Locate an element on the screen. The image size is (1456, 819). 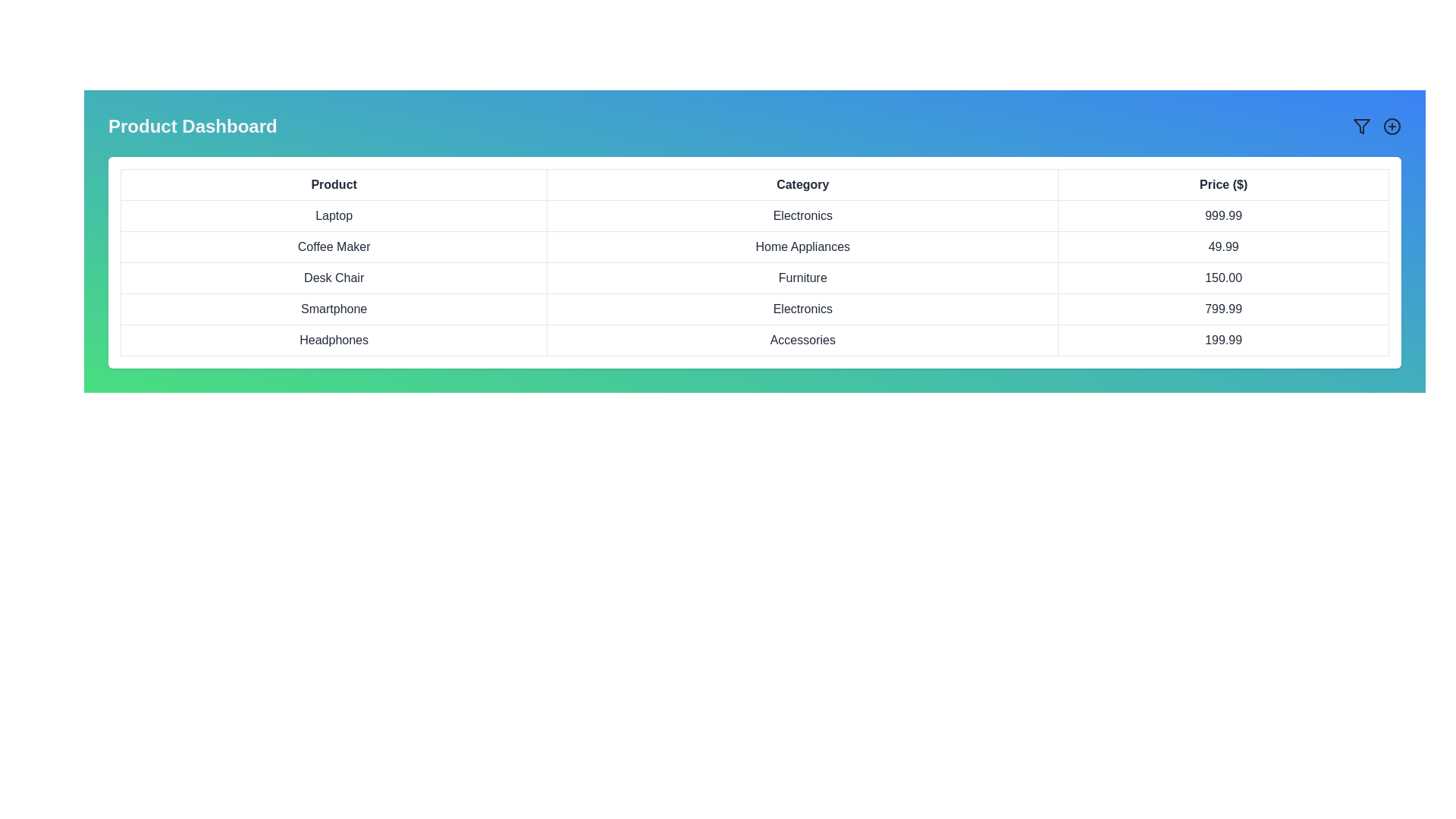
the circular icon with a plus symbol inside it, located in the top-right corner of the interface is located at coordinates (1392, 125).